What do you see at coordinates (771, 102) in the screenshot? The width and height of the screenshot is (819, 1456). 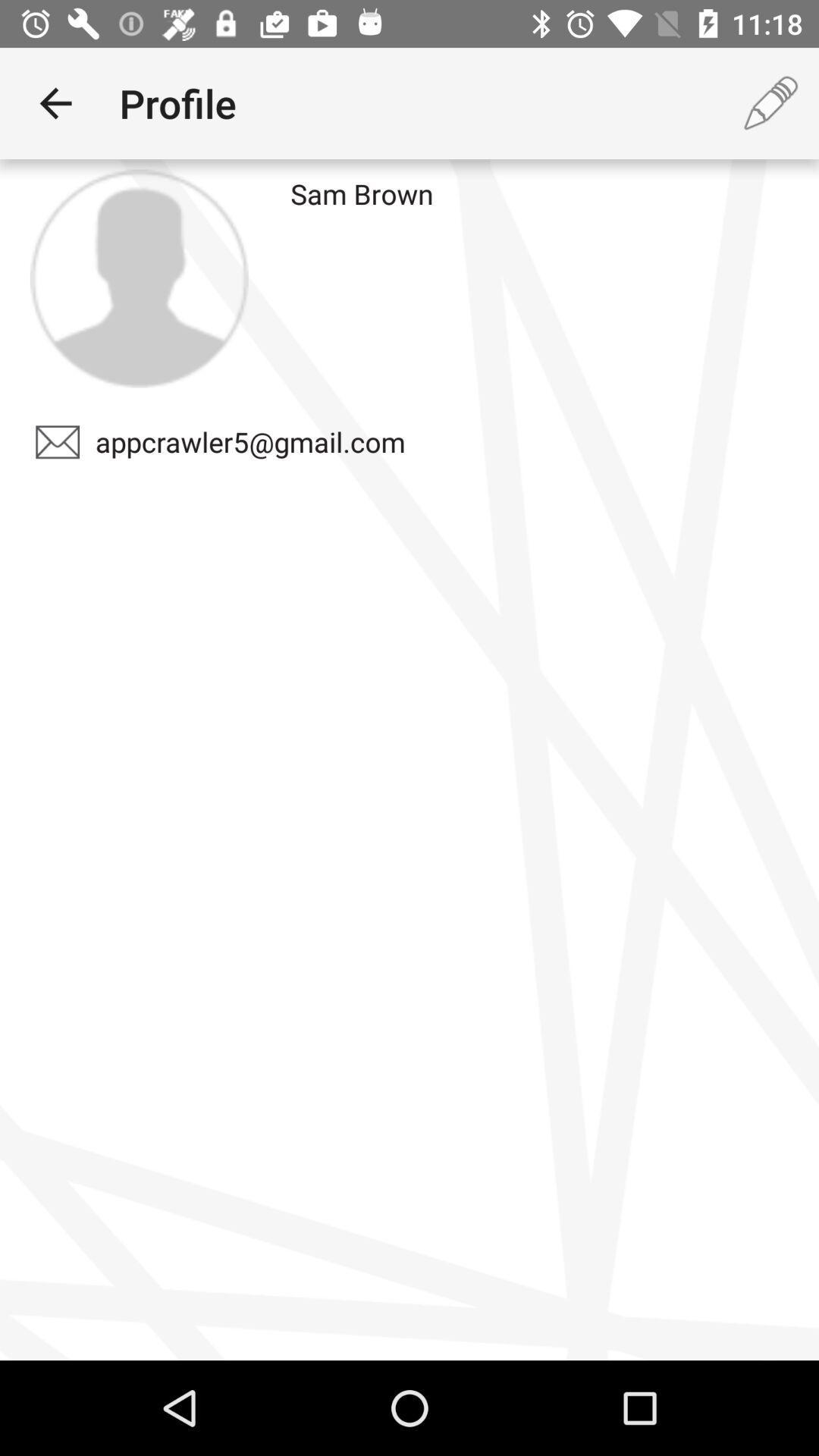 I see `item at the top right corner` at bounding box center [771, 102].